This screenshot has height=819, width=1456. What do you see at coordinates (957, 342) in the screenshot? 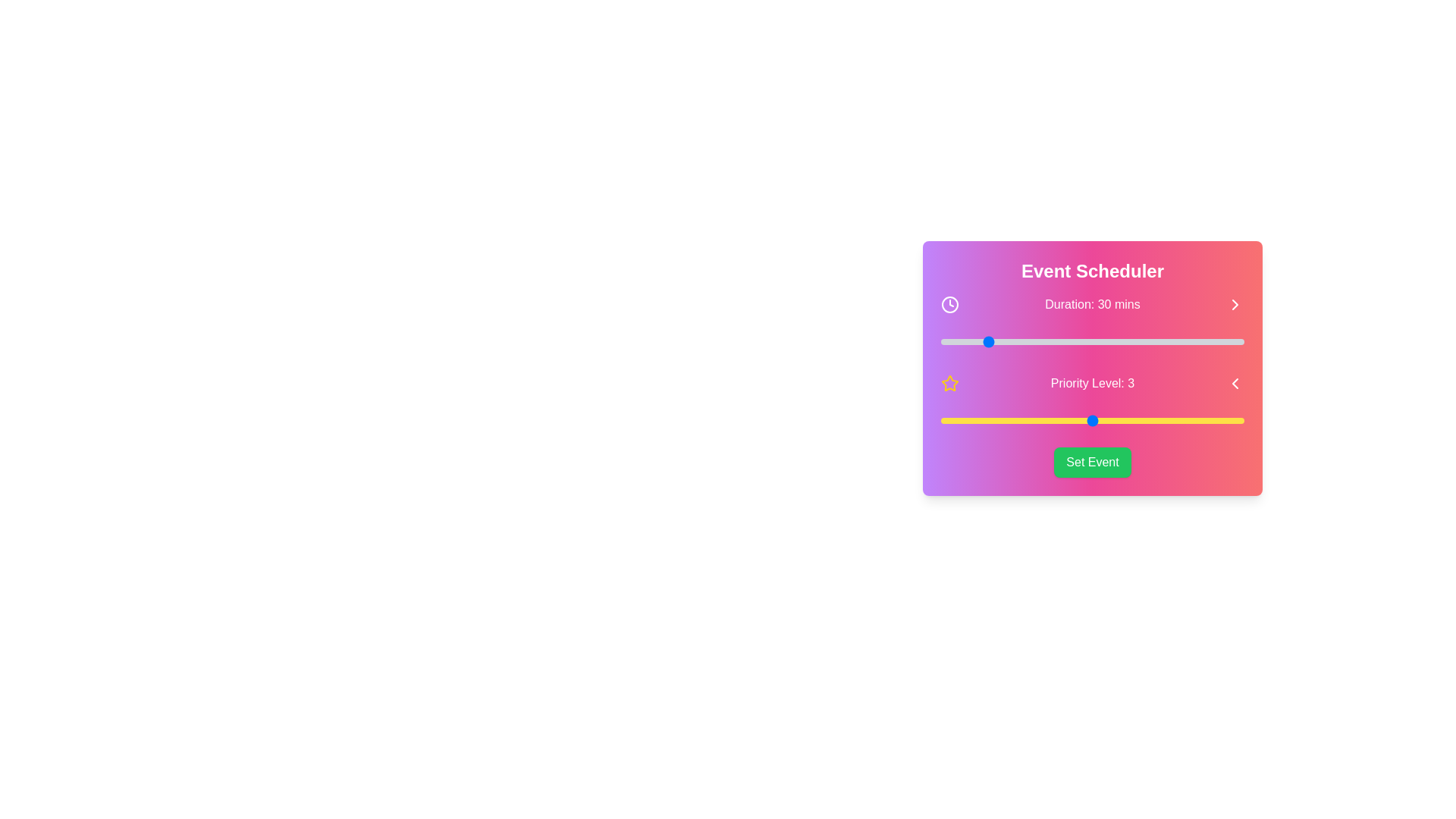
I see `the slider` at bounding box center [957, 342].